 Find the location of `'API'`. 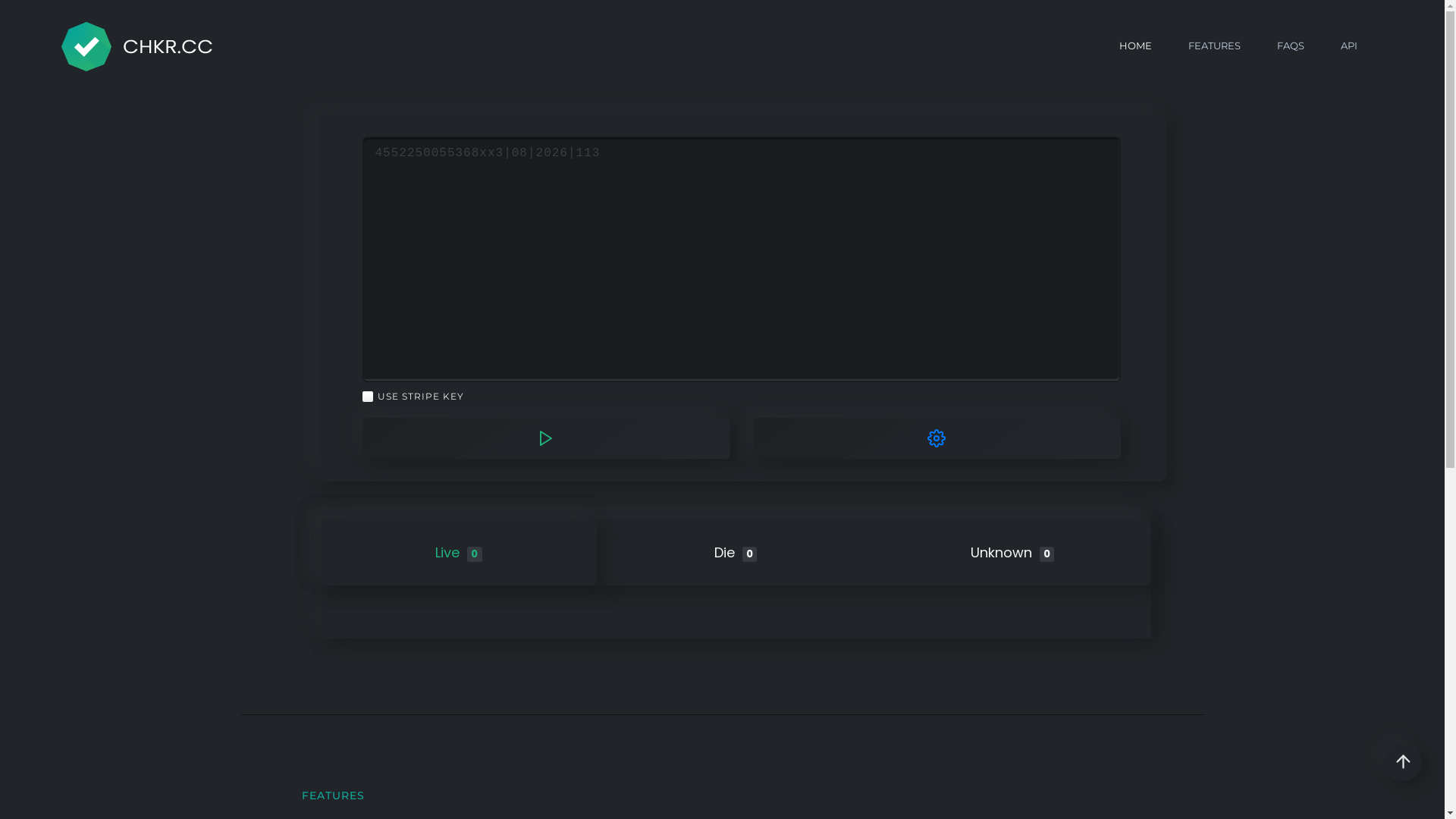

'API' is located at coordinates (1349, 45).